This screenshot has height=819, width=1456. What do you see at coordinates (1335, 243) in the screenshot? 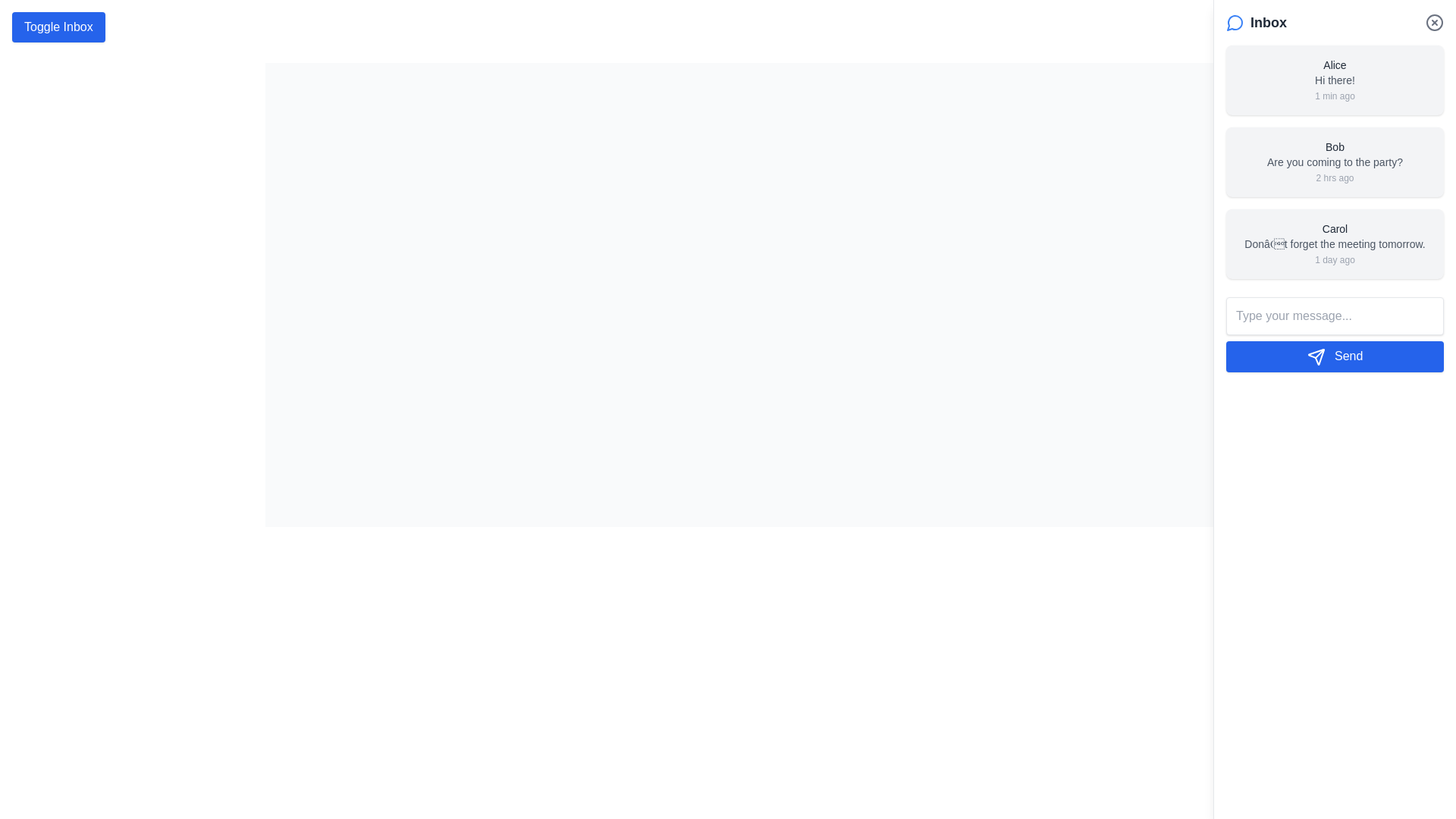
I see `the third chat message entry in the chat area` at bounding box center [1335, 243].